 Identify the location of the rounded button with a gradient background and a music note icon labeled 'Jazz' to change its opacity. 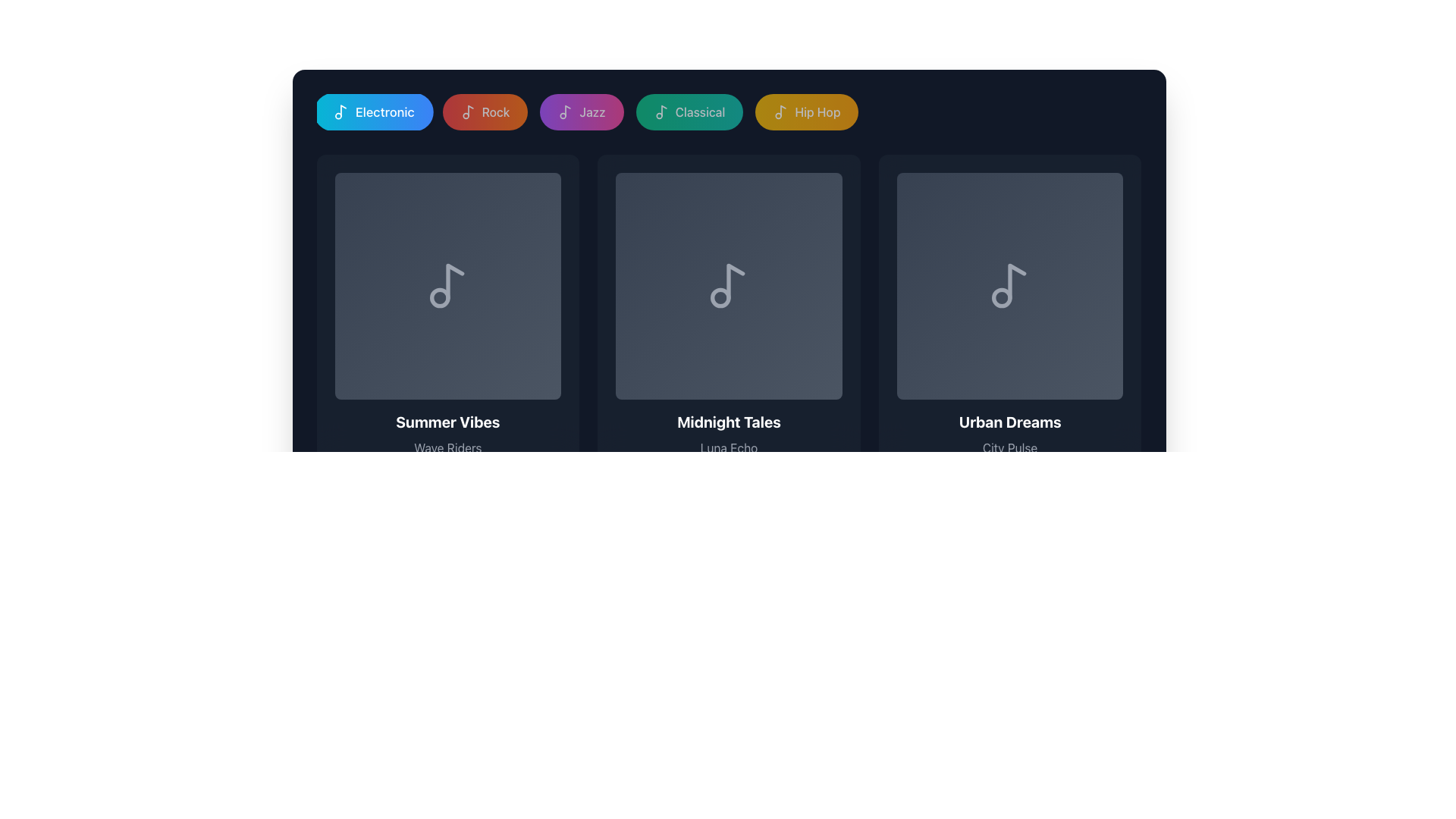
(581, 111).